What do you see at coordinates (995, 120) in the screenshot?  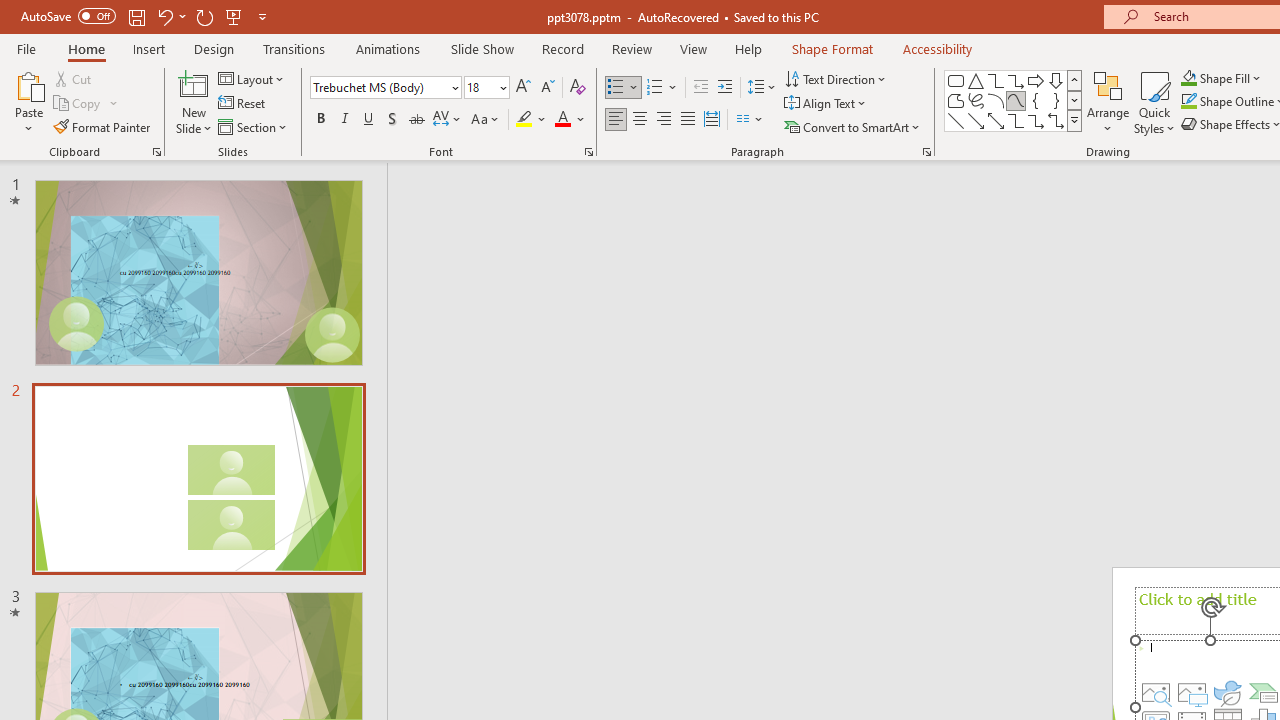 I see `'Line Arrow: Double'` at bounding box center [995, 120].